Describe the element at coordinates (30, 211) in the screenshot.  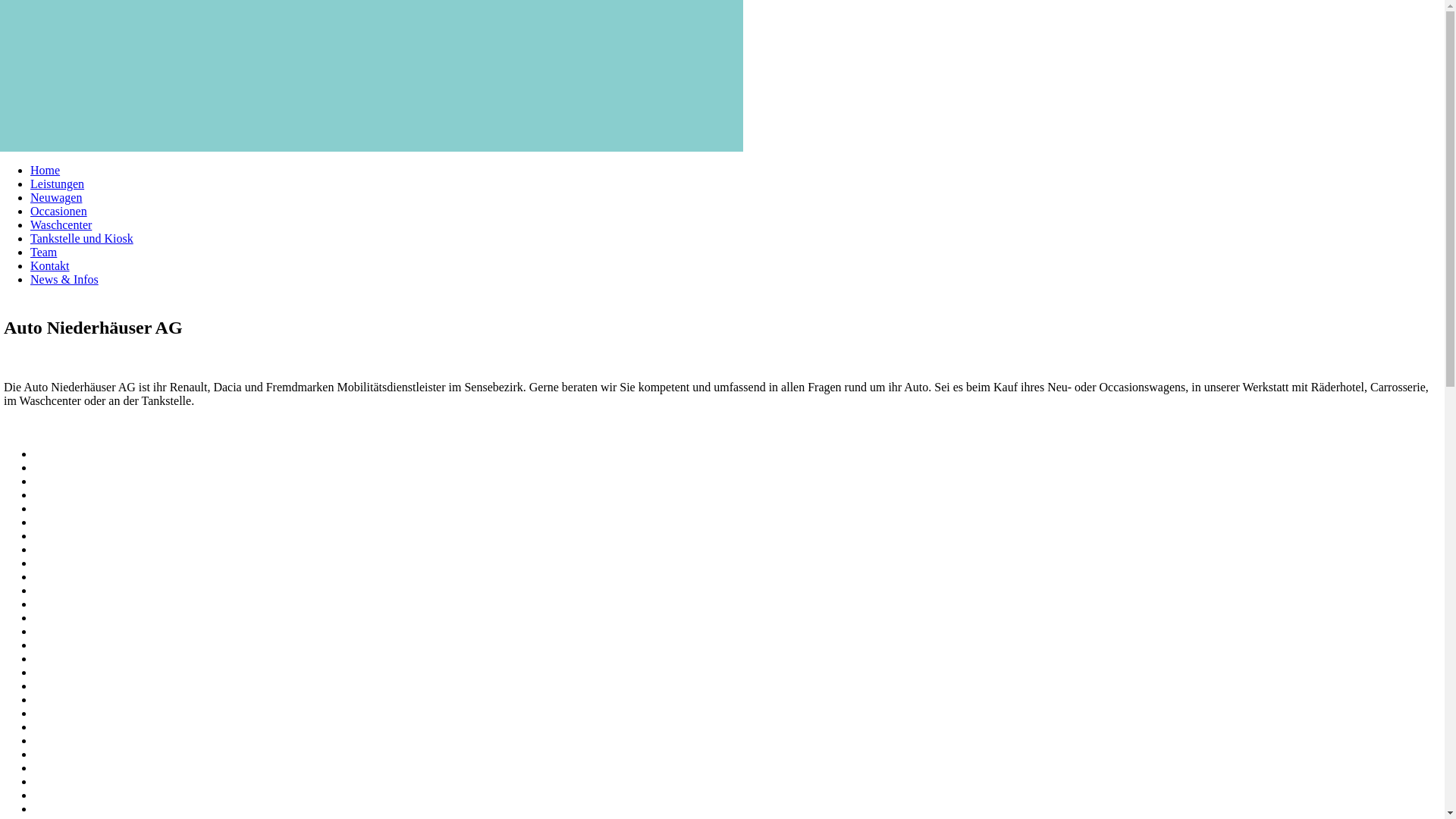
I see `'Occasionen'` at that location.